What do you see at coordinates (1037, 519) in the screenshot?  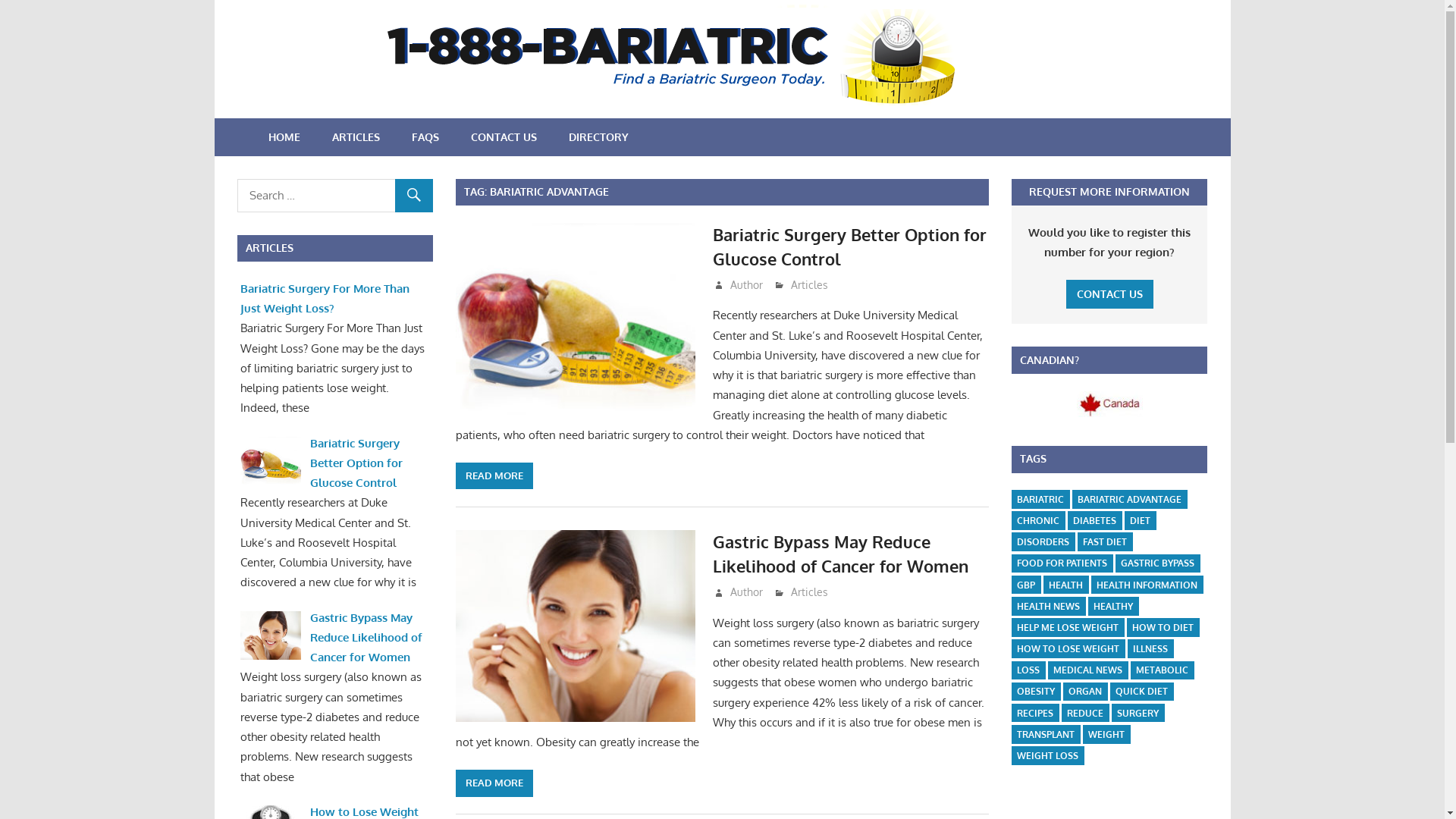 I see `'CHRONIC'` at bounding box center [1037, 519].